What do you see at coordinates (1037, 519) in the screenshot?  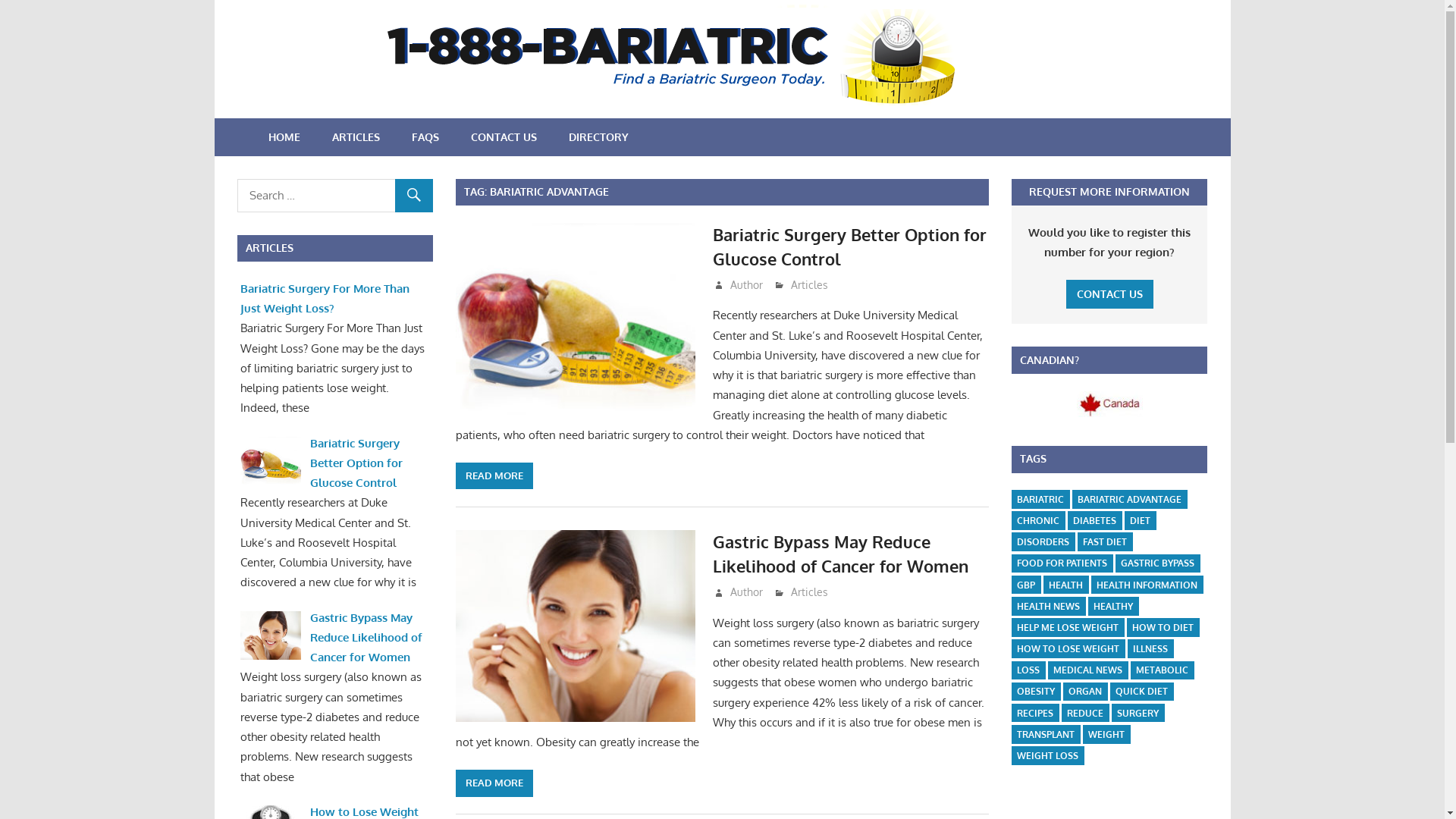 I see `'CHRONIC'` at bounding box center [1037, 519].